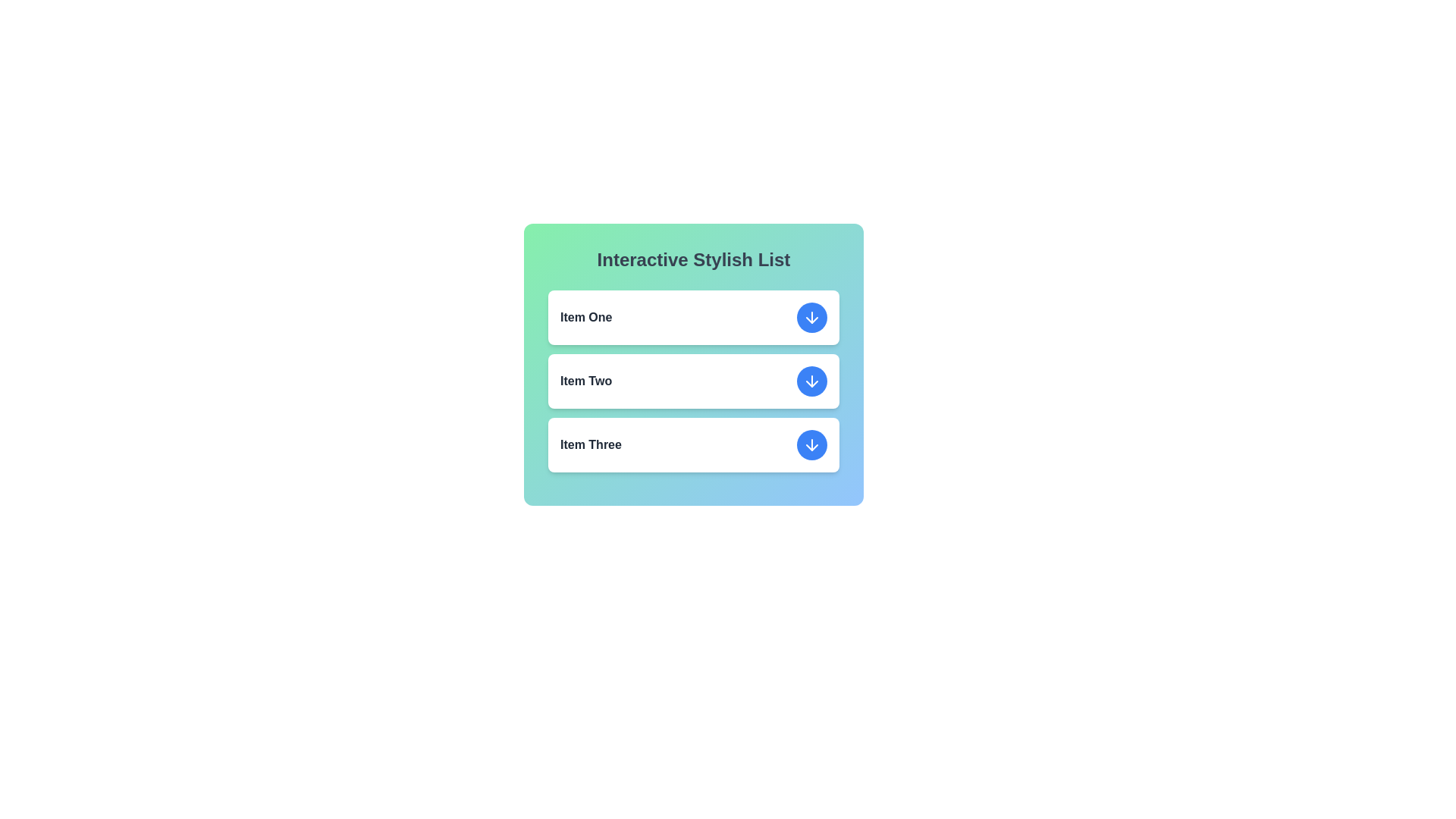 The width and height of the screenshot is (1456, 819). What do you see at coordinates (811, 444) in the screenshot?
I see `the arrow button beside Item Three to toggle its expansion` at bounding box center [811, 444].